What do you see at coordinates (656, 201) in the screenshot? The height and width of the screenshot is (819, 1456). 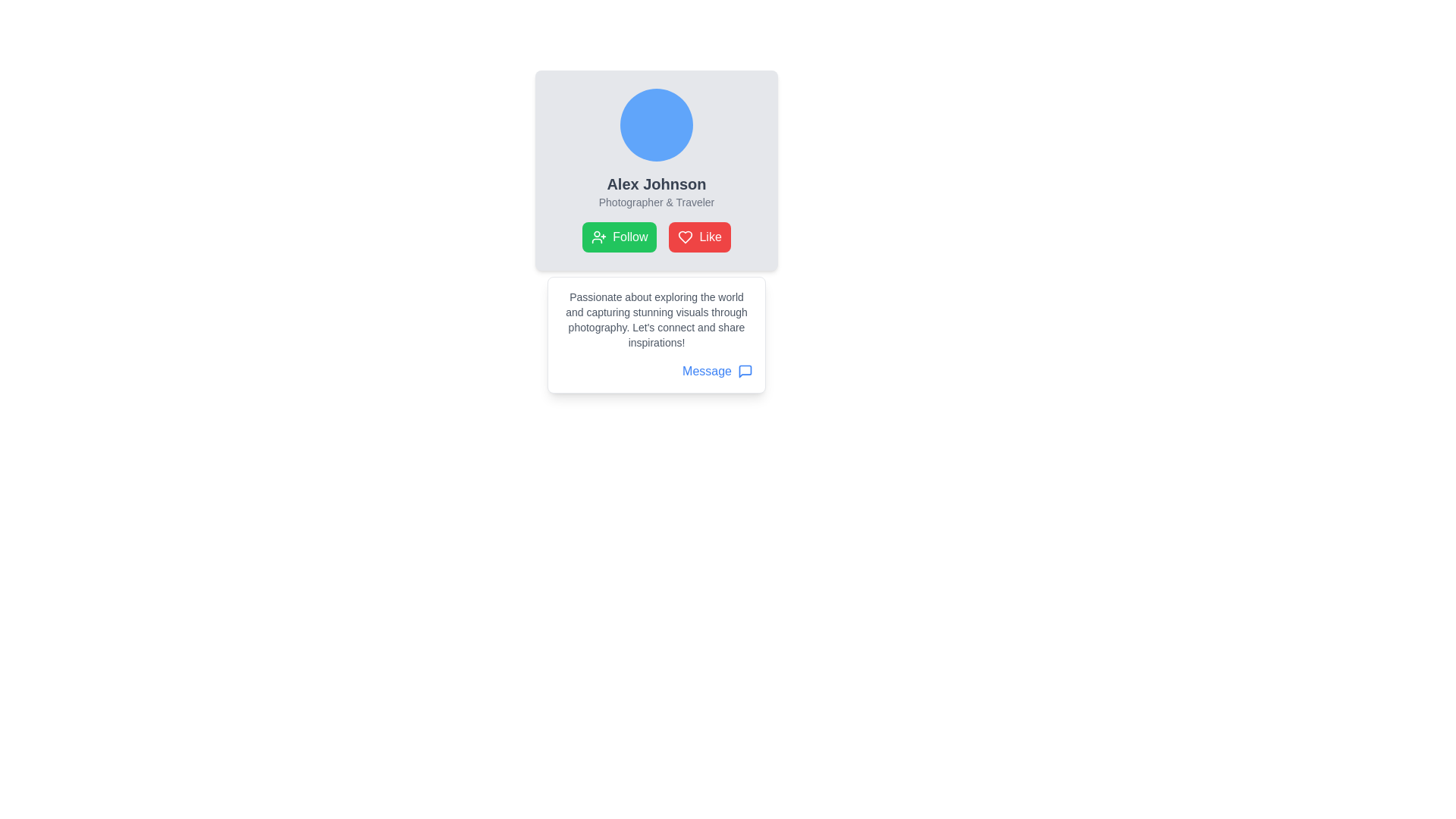 I see `the text label that provides additional context about the profile represented in the card, located below 'Alex Johnson' and above the 'Follow' and 'Like' buttons` at bounding box center [656, 201].